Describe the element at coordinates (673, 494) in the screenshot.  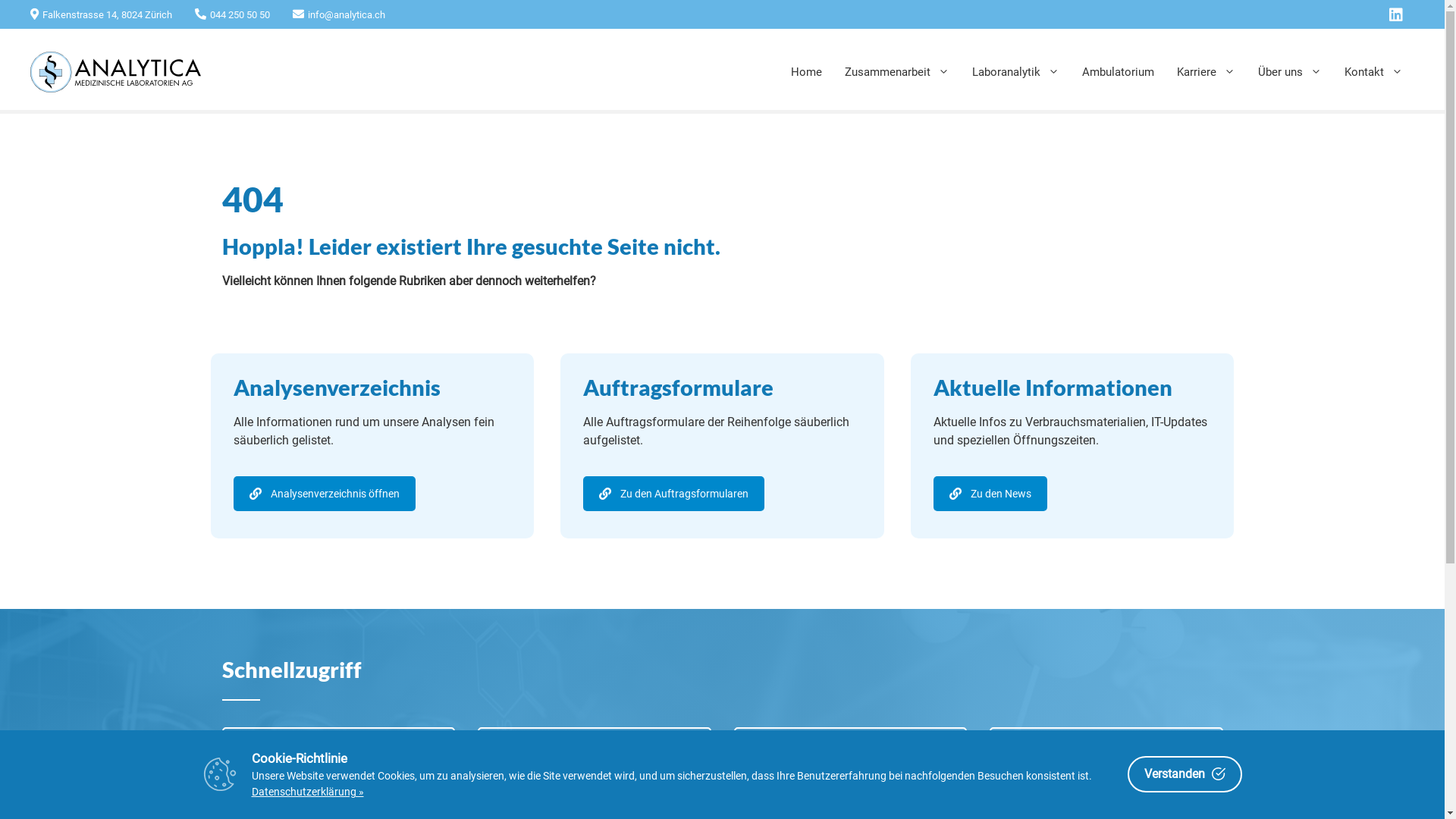
I see `'Zu den Auftragsformularen'` at that location.